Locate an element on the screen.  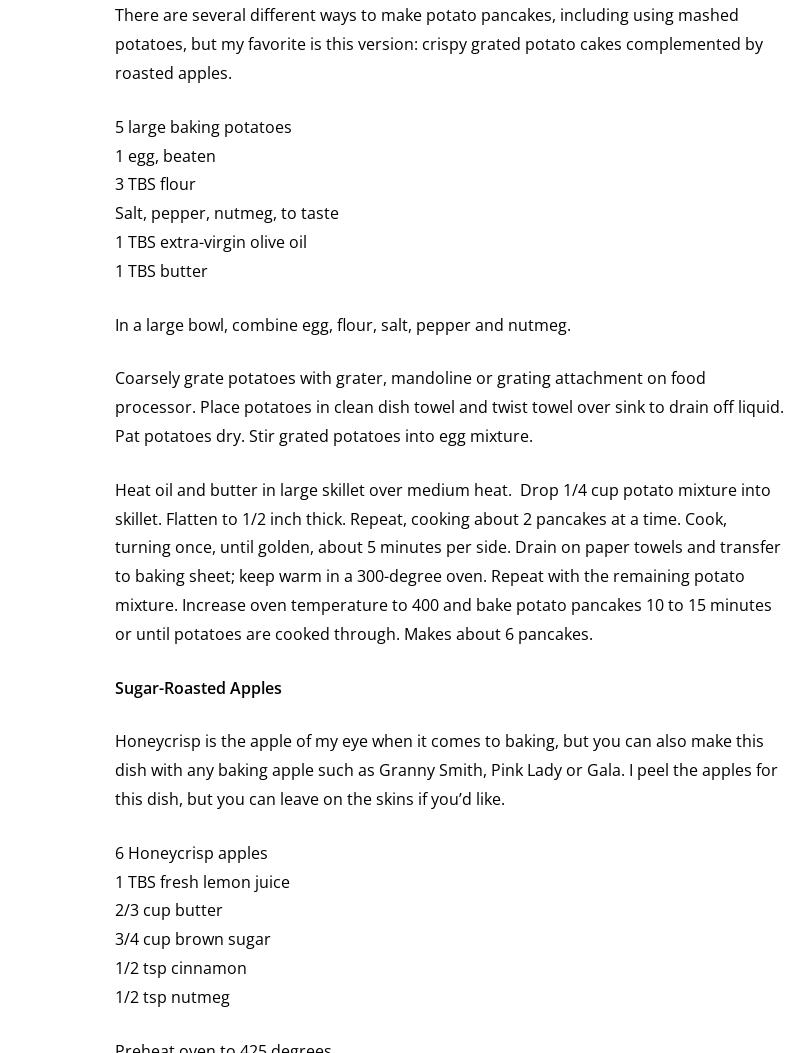
'3 TBS flour' is located at coordinates (155, 182).